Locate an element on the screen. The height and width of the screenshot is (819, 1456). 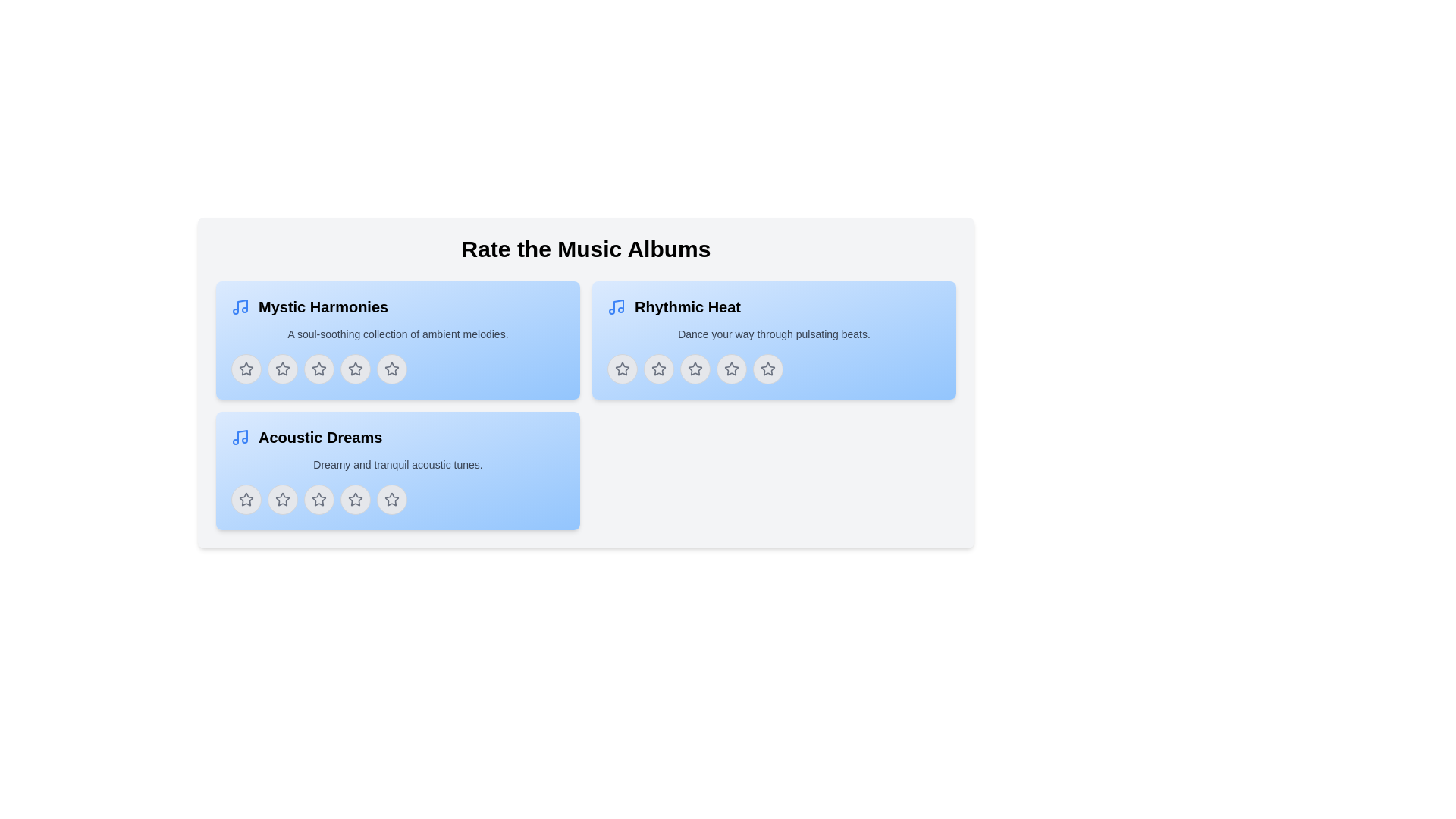
the fourth star in the middle row of the star-rating control to give a rating is located at coordinates (355, 369).